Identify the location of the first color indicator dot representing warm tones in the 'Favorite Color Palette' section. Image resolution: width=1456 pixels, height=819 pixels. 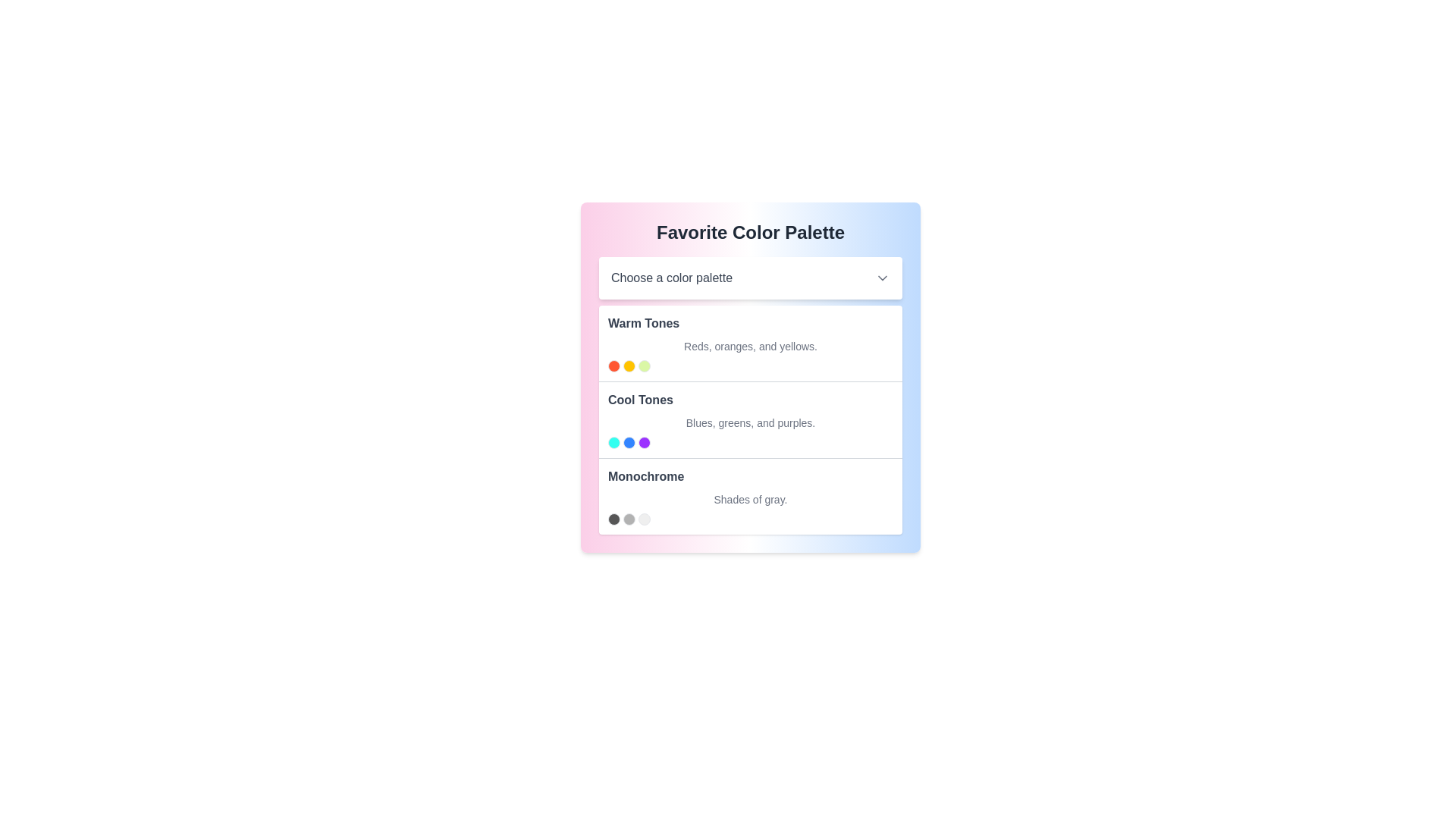
(614, 366).